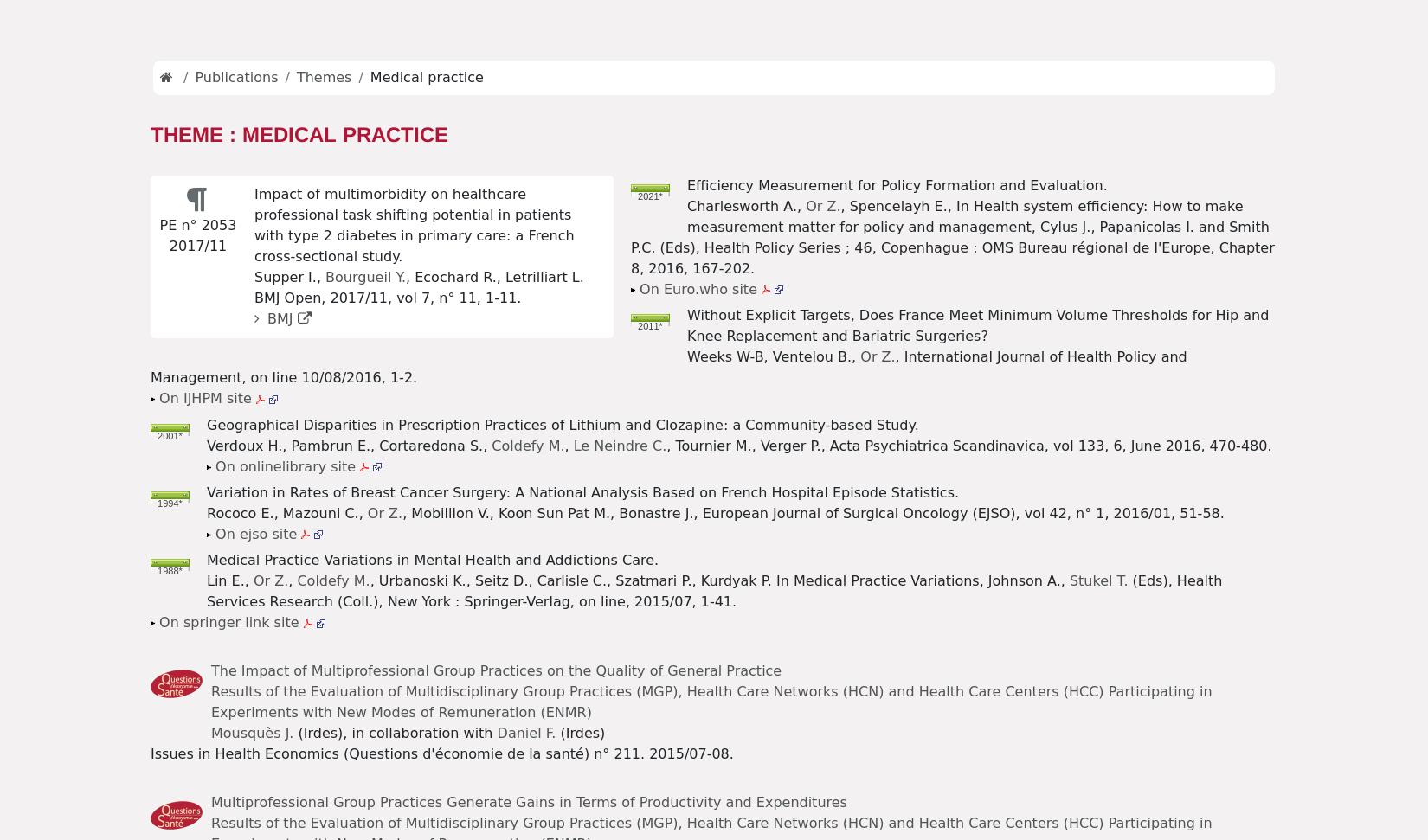 Image resolution: width=1428 pixels, height=840 pixels. Describe the element at coordinates (290, 741) in the screenshot. I see `'Working paper n° 19. 2008/12'` at that location.